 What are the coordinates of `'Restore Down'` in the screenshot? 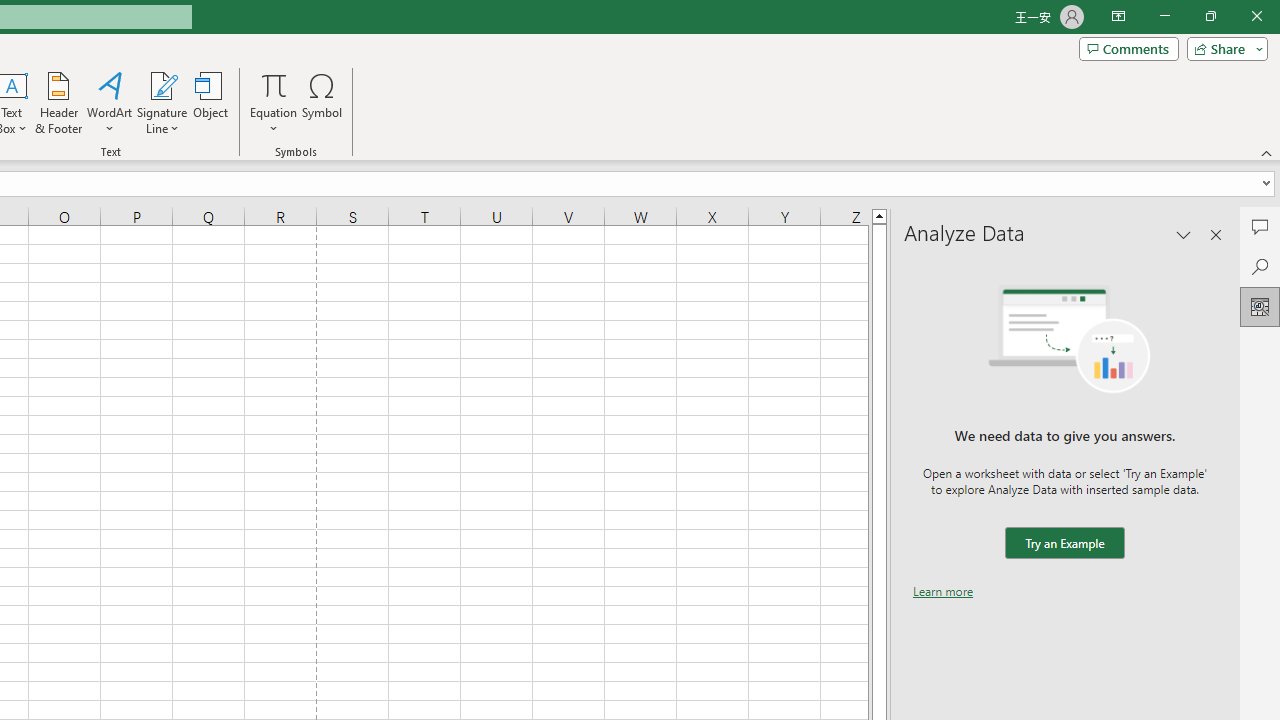 It's located at (1209, 16).